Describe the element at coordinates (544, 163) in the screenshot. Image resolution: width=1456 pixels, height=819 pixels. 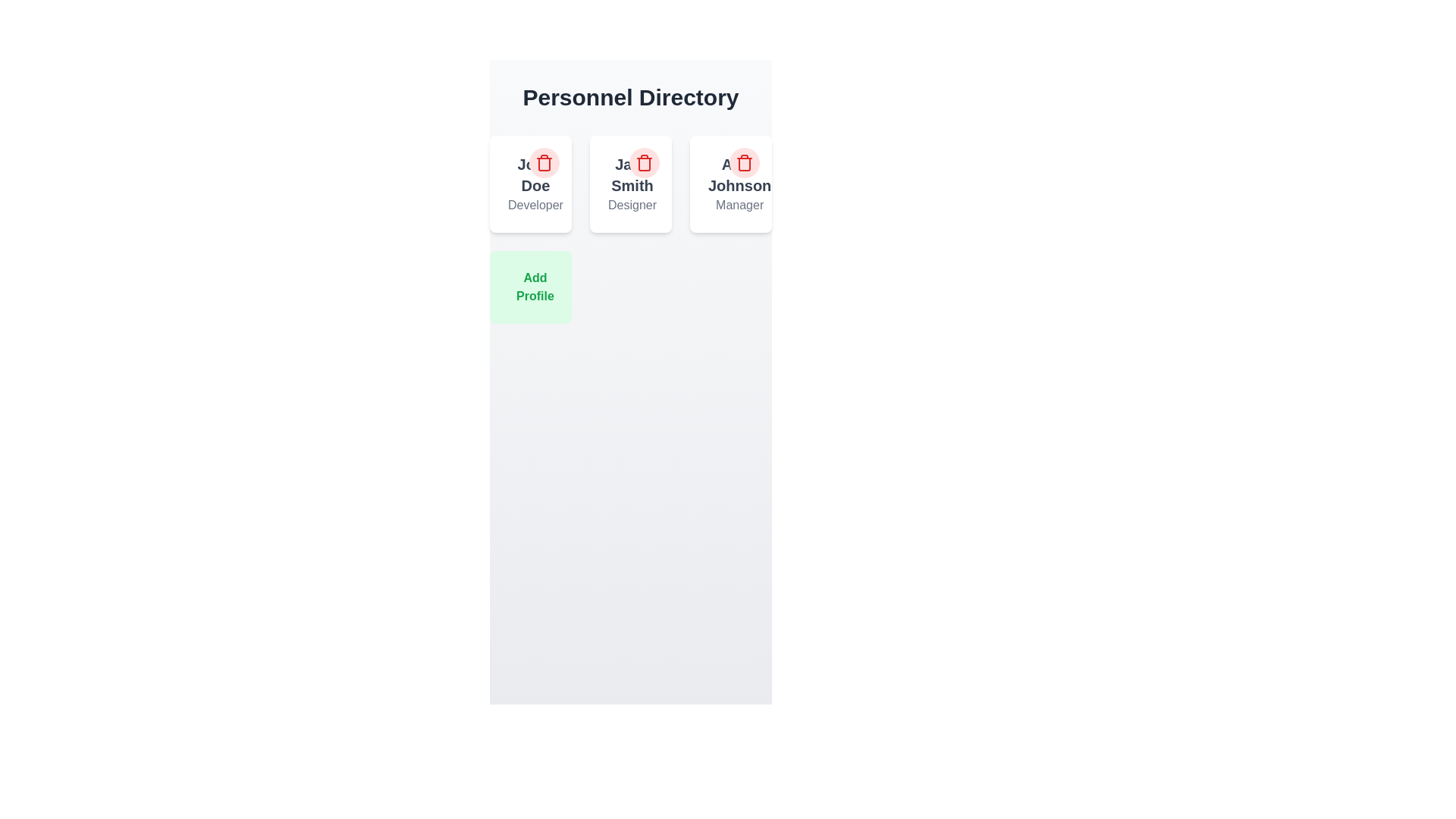
I see `the circular red trash can button in the top-right corner of John Doe's personnel card to initiate the delete action` at that location.